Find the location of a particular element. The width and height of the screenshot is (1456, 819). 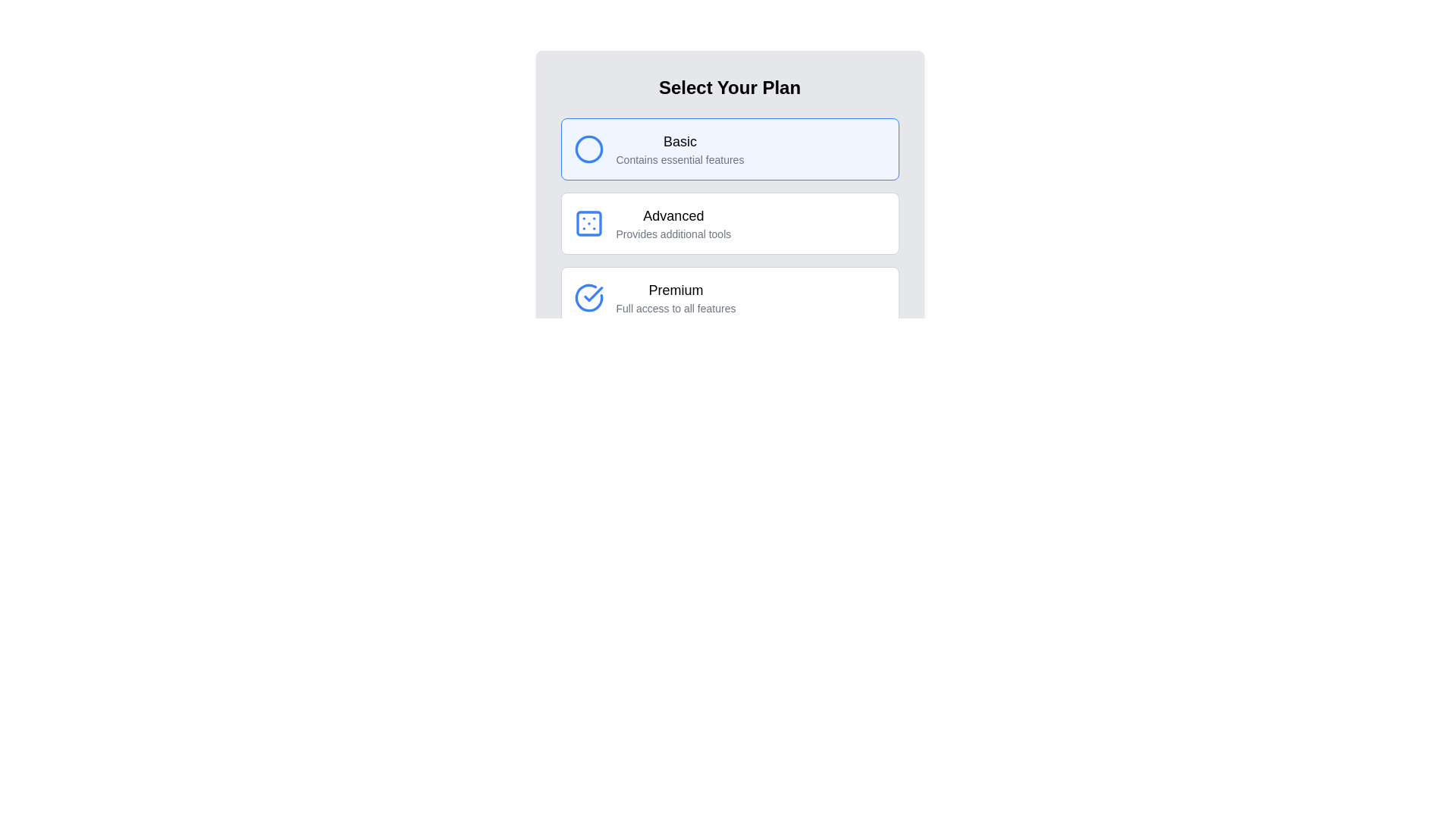

the 'Advanced' card-like selection item in the 'Select Your Plan' menu is located at coordinates (730, 223).